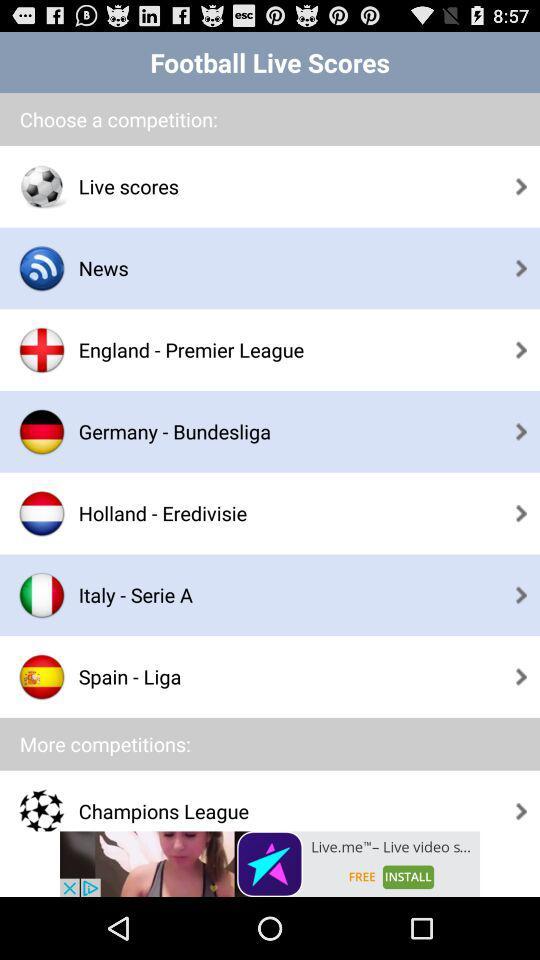 This screenshot has height=960, width=540. Describe the element at coordinates (270, 863) in the screenshot. I see `advertisement` at that location.